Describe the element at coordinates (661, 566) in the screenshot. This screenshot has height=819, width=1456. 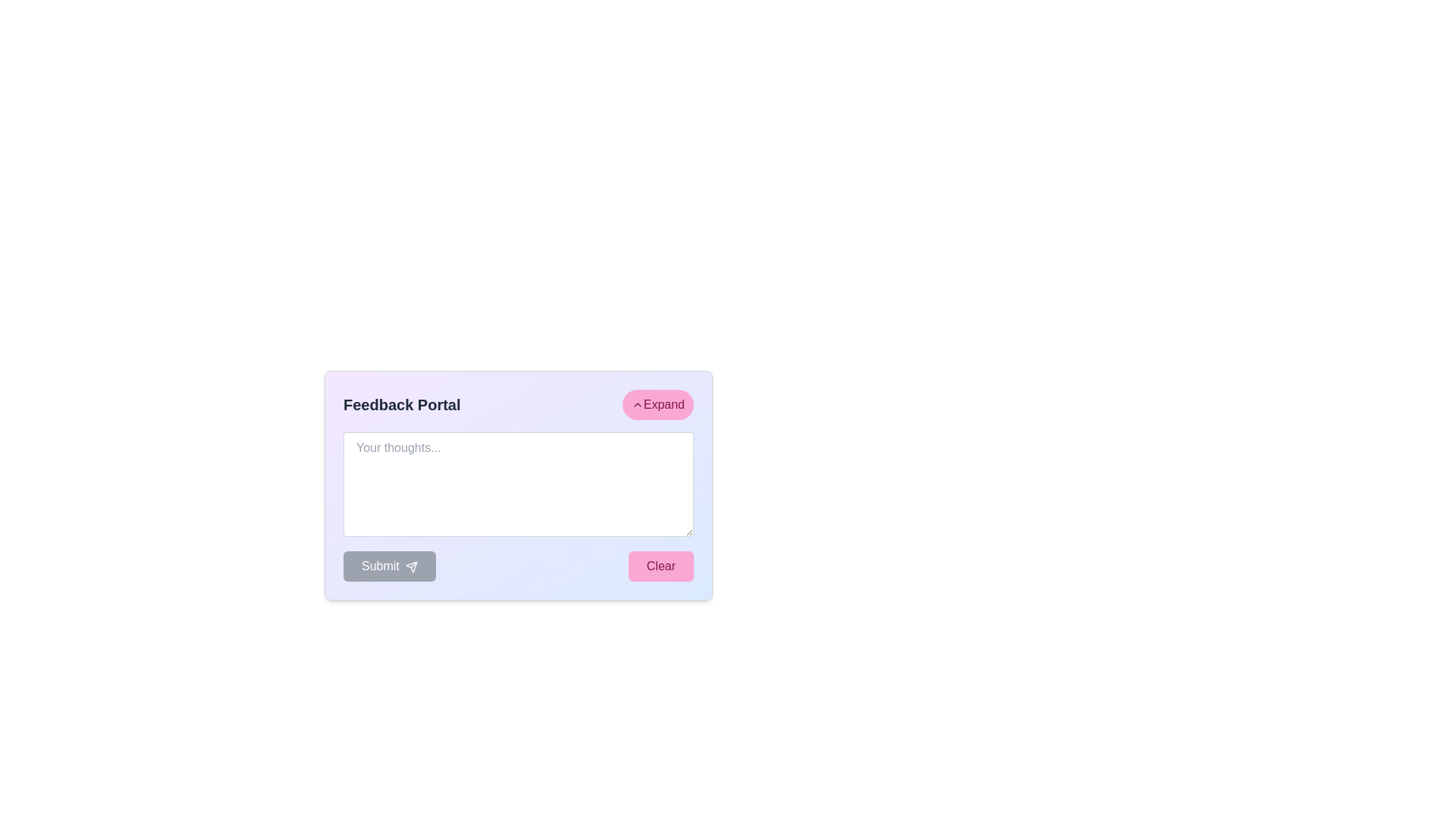
I see `the 'Clear' button, which is a rectangular button with rounded corners, styled in light pink with bold dark pink text, to clear the form` at that location.